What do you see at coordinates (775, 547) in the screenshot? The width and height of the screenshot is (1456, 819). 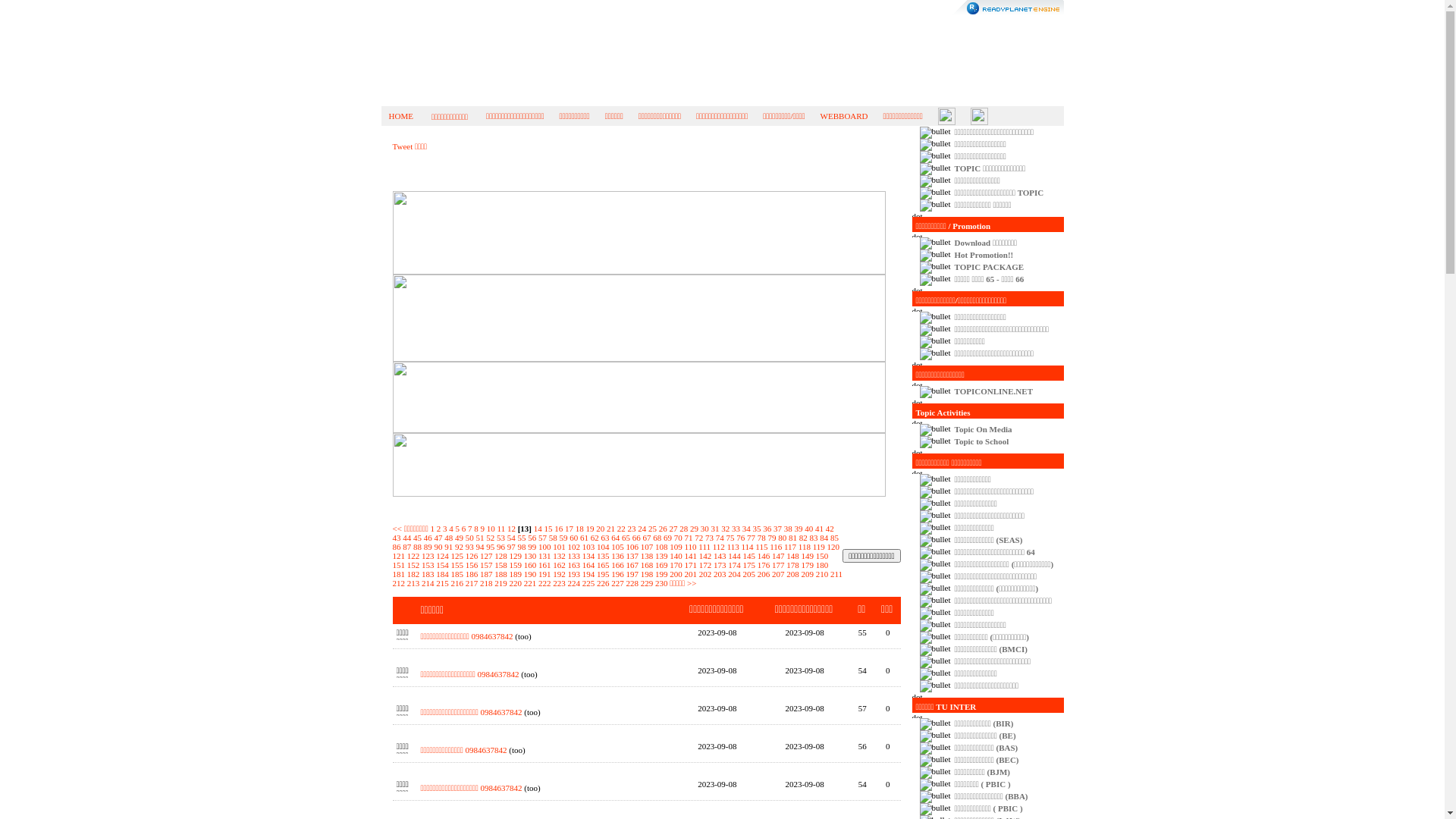 I see `'116'` at bounding box center [775, 547].